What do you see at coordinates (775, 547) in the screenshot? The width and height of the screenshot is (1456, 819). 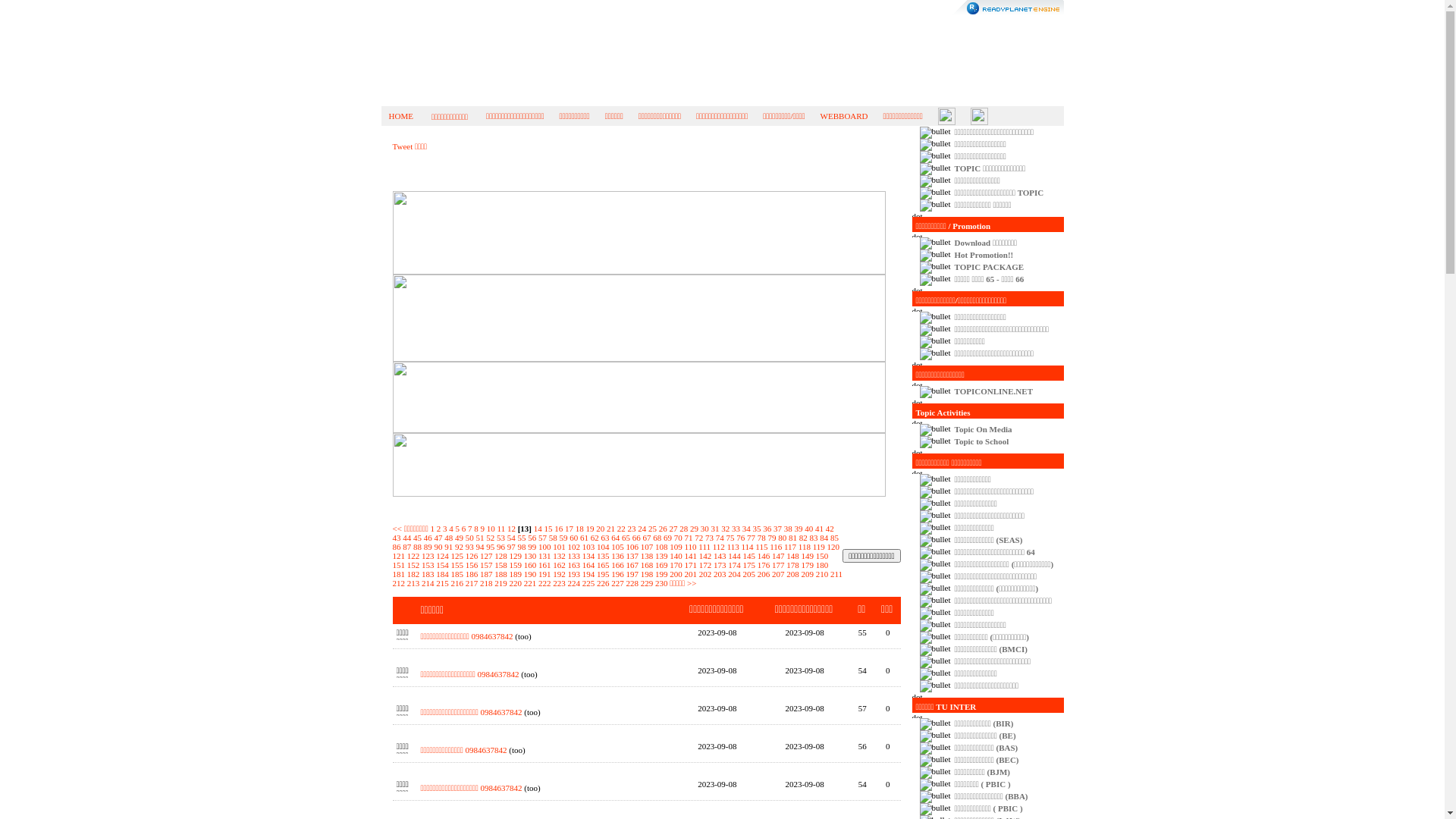 I see `'116'` at bounding box center [775, 547].